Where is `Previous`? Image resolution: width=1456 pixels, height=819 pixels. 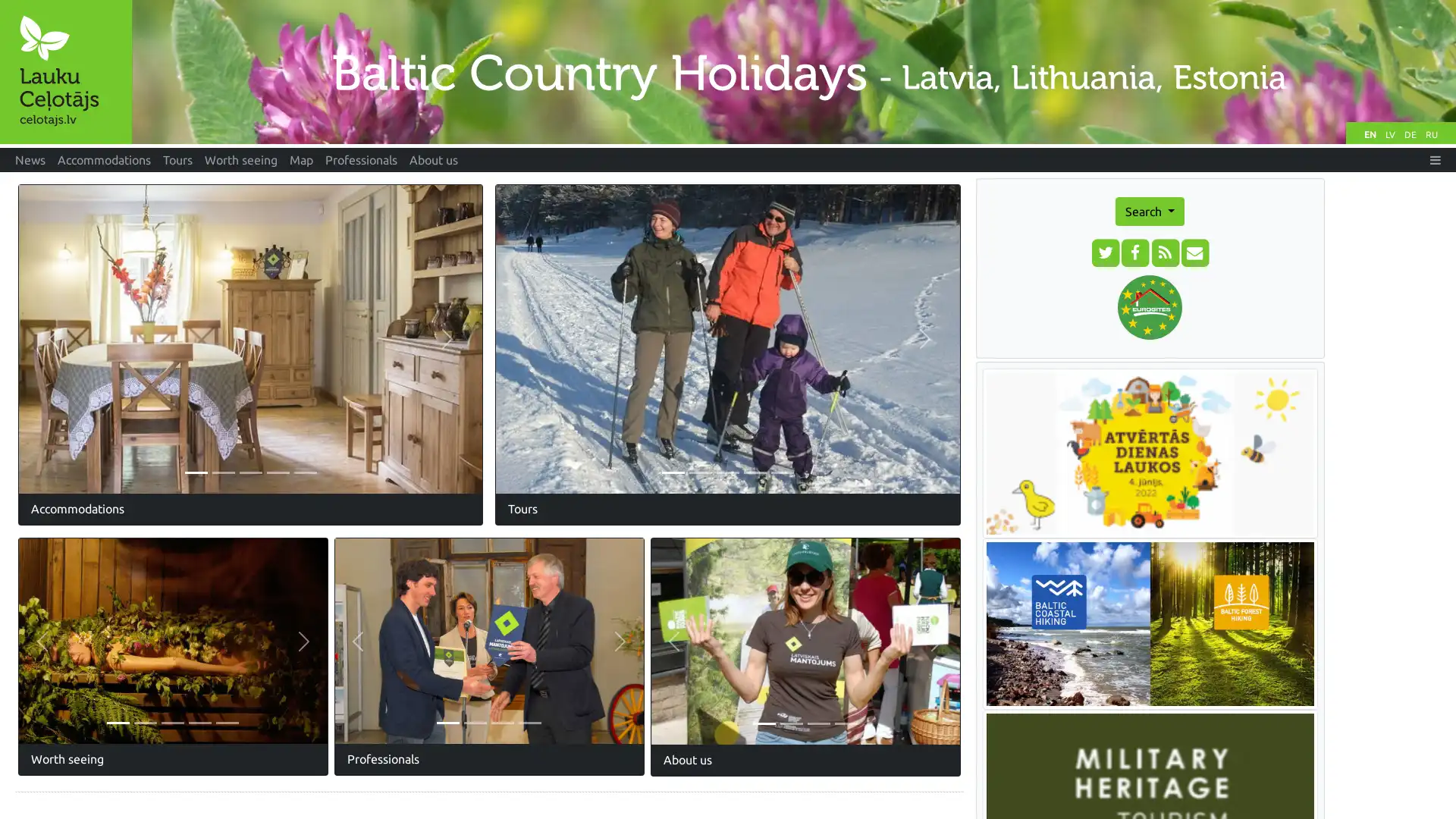 Previous is located at coordinates (356, 641).